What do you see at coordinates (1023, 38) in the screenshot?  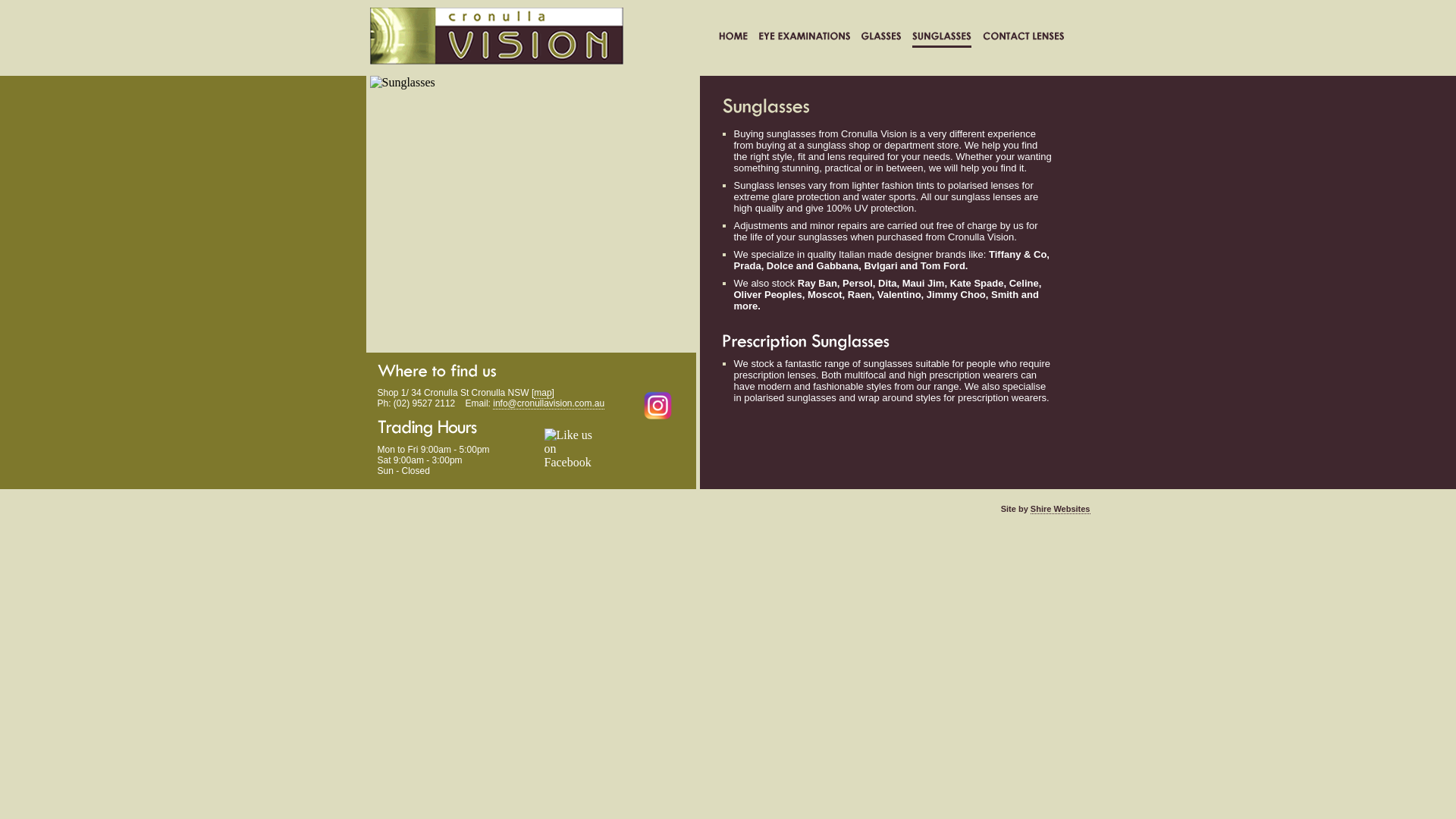 I see `'Contact Lenses'` at bounding box center [1023, 38].